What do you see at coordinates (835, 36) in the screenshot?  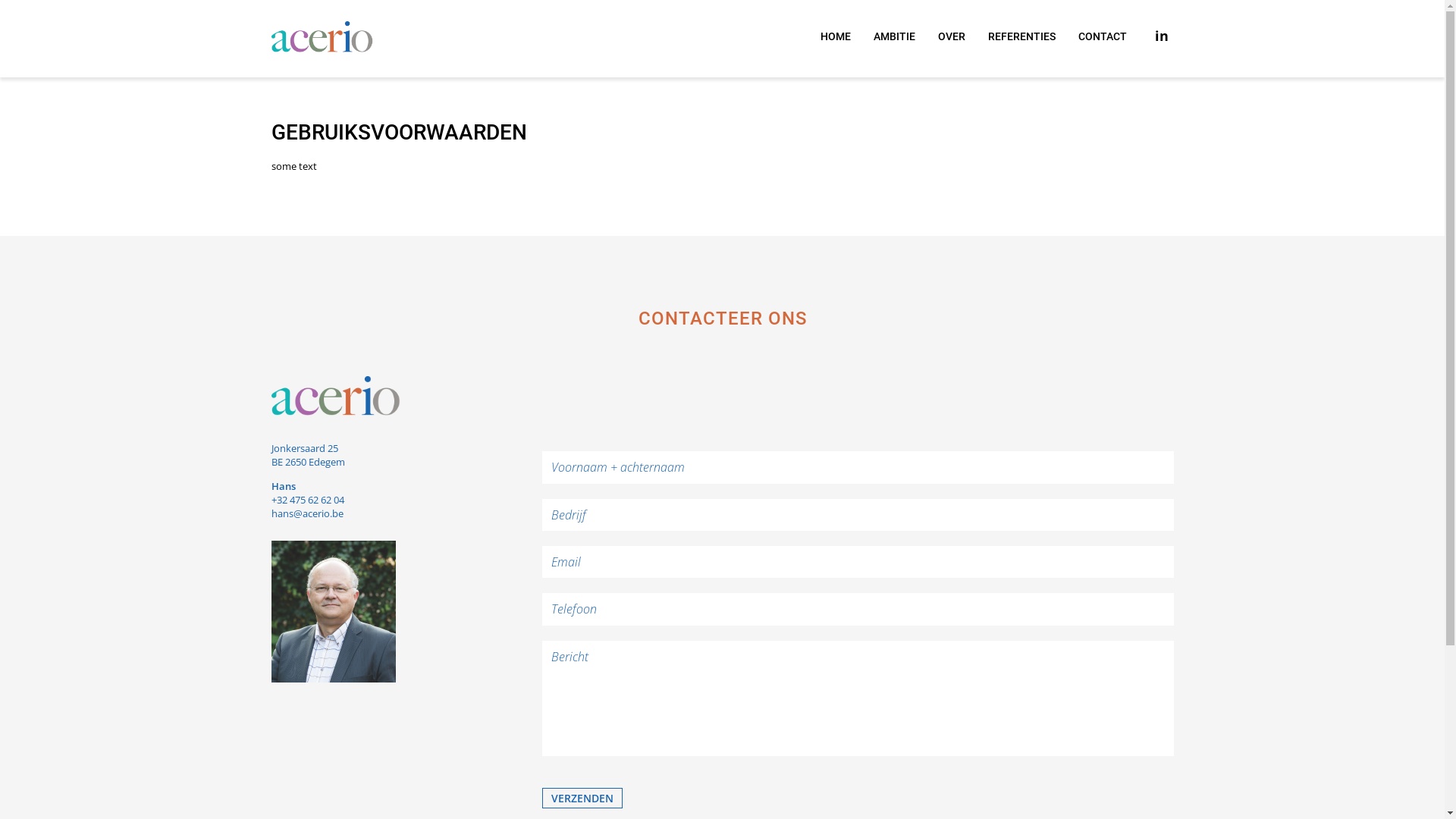 I see `'HOME'` at bounding box center [835, 36].